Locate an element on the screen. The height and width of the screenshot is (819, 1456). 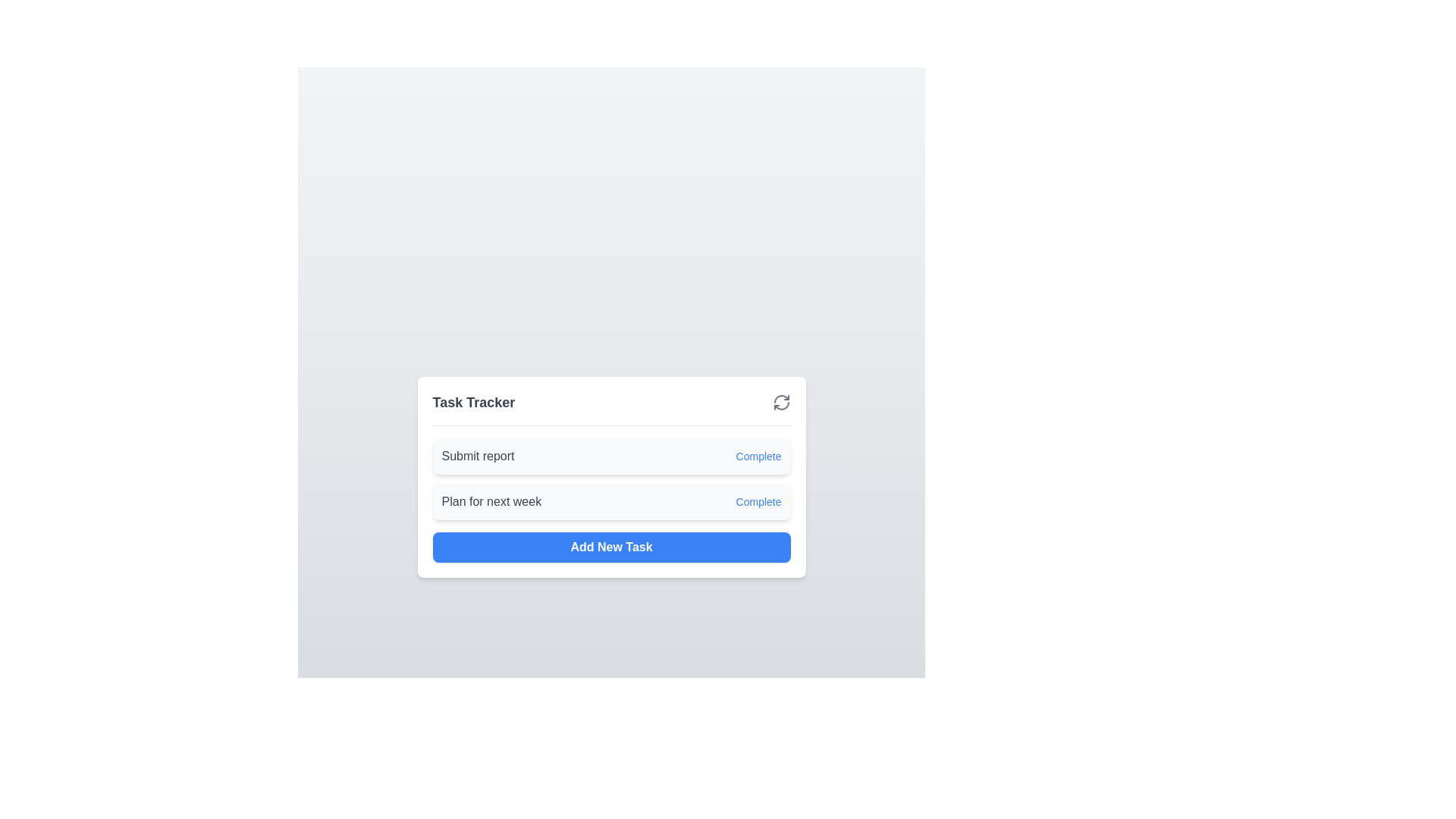
the hyperlink styled as a button that marks the 'Submit report' task as completed is located at coordinates (758, 455).